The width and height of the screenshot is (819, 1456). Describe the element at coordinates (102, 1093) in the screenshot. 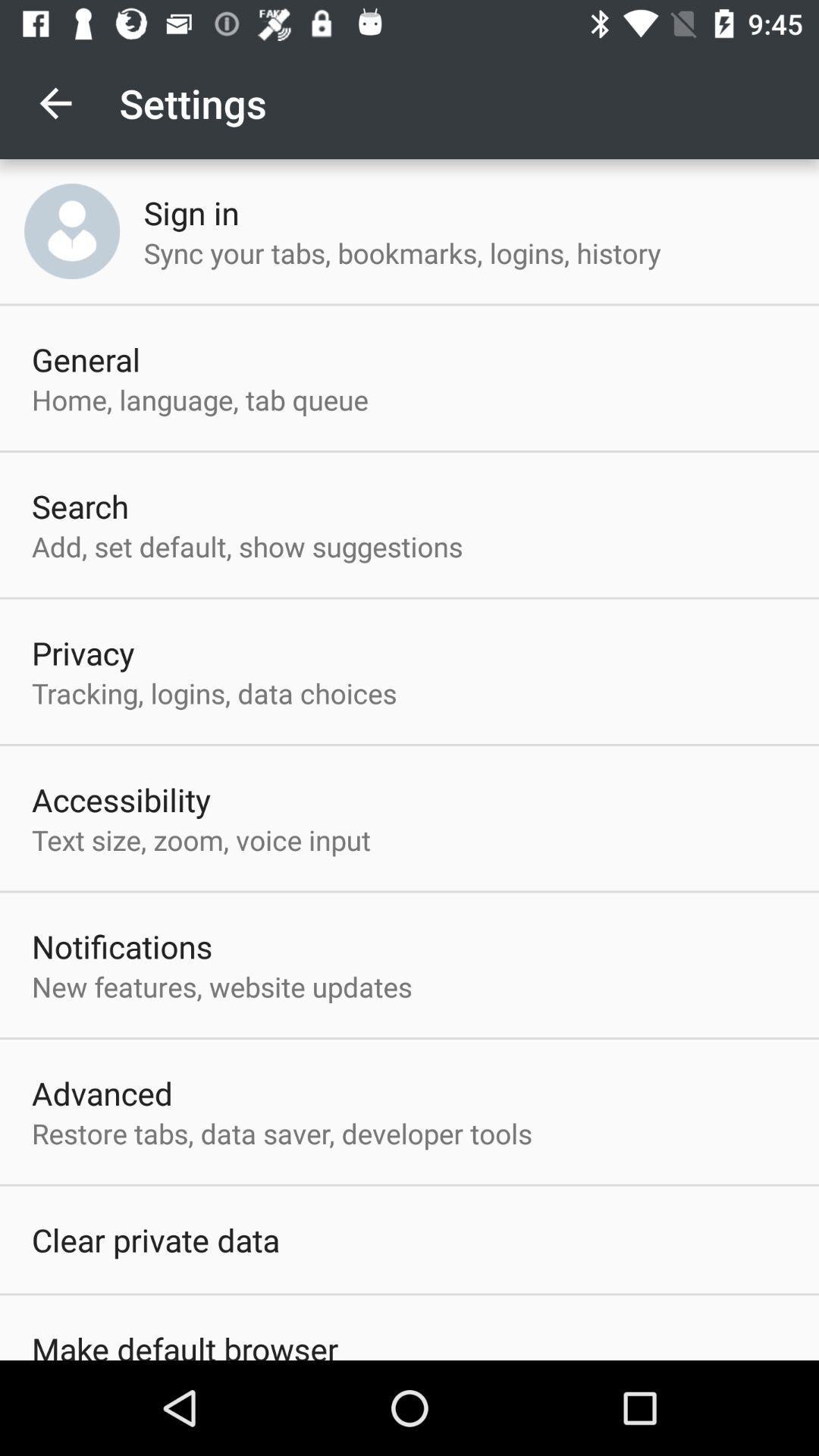

I see `advanced icon` at that location.